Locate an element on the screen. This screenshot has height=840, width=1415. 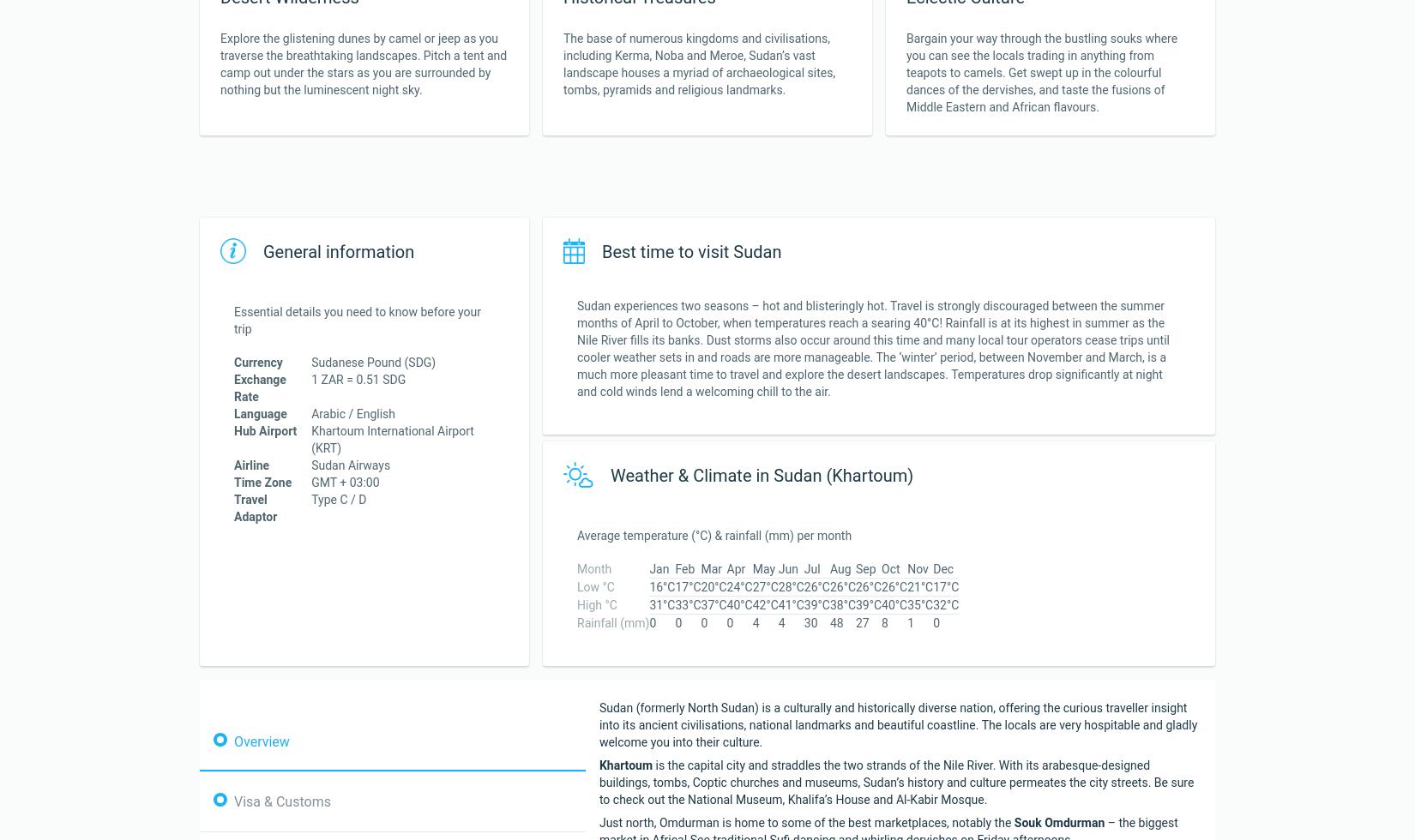
'21°C' is located at coordinates (906, 586).